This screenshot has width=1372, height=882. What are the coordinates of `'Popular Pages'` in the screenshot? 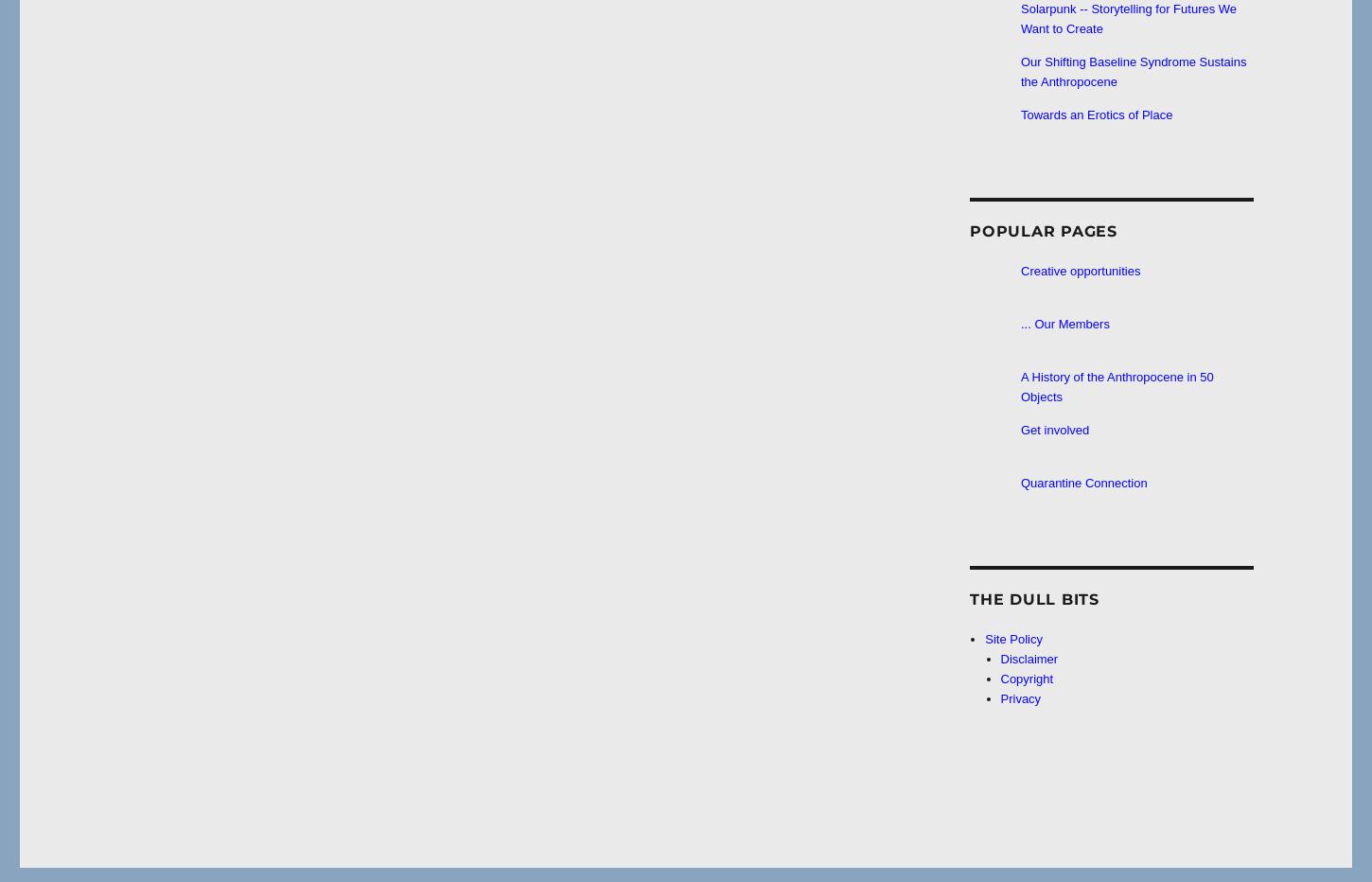 It's located at (1042, 230).